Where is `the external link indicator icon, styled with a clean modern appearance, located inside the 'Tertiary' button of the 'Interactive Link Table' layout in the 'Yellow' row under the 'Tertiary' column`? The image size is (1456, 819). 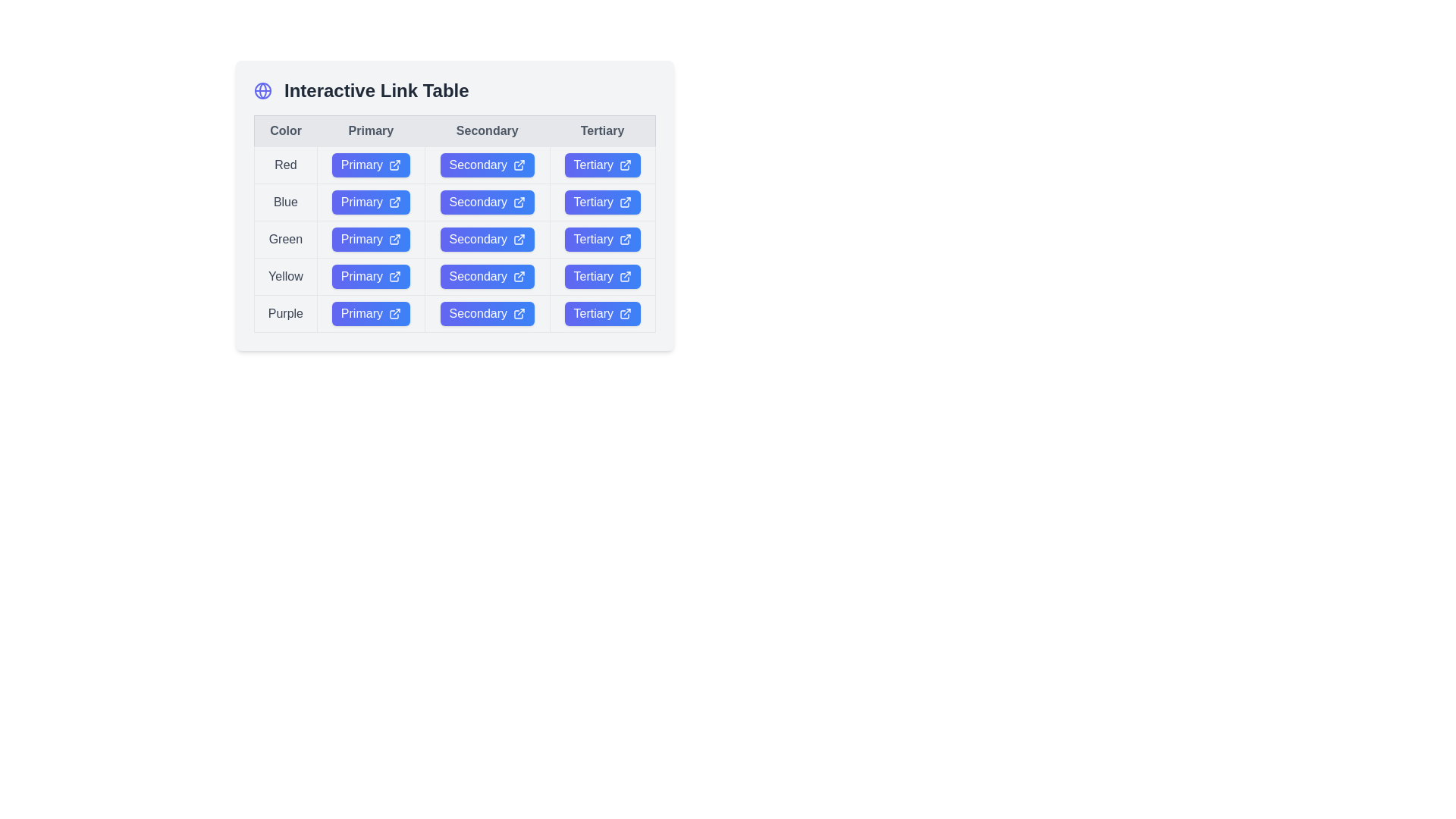
the external link indicator icon, styled with a clean modern appearance, located inside the 'Tertiary' button of the 'Interactive Link Table' layout in the 'Yellow' row under the 'Tertiary' column is located at coordinates (626, 277).